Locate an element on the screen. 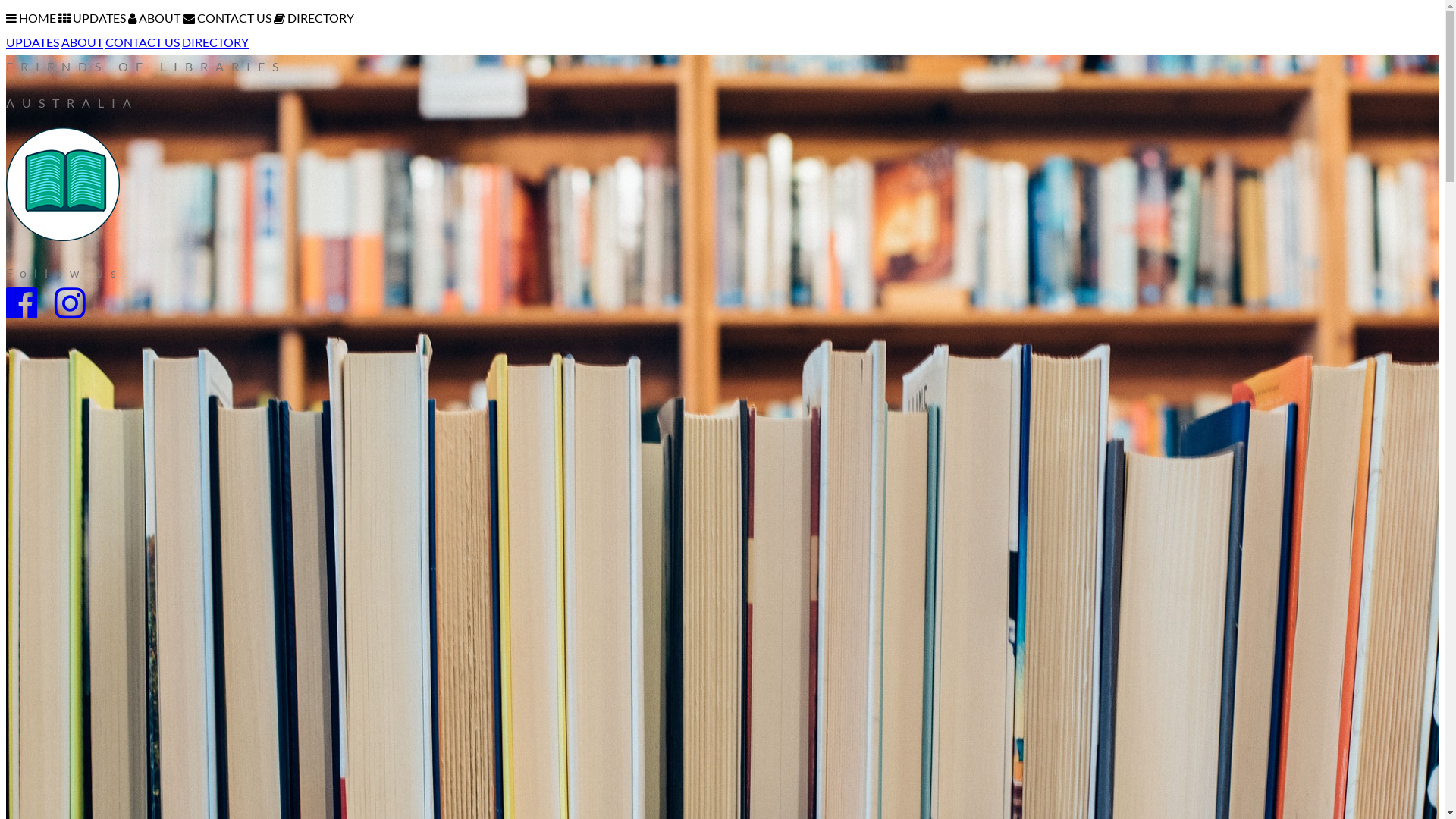 The image size is (1456, 819). 'DIRECTORY' is located at coordinates (273, 17).